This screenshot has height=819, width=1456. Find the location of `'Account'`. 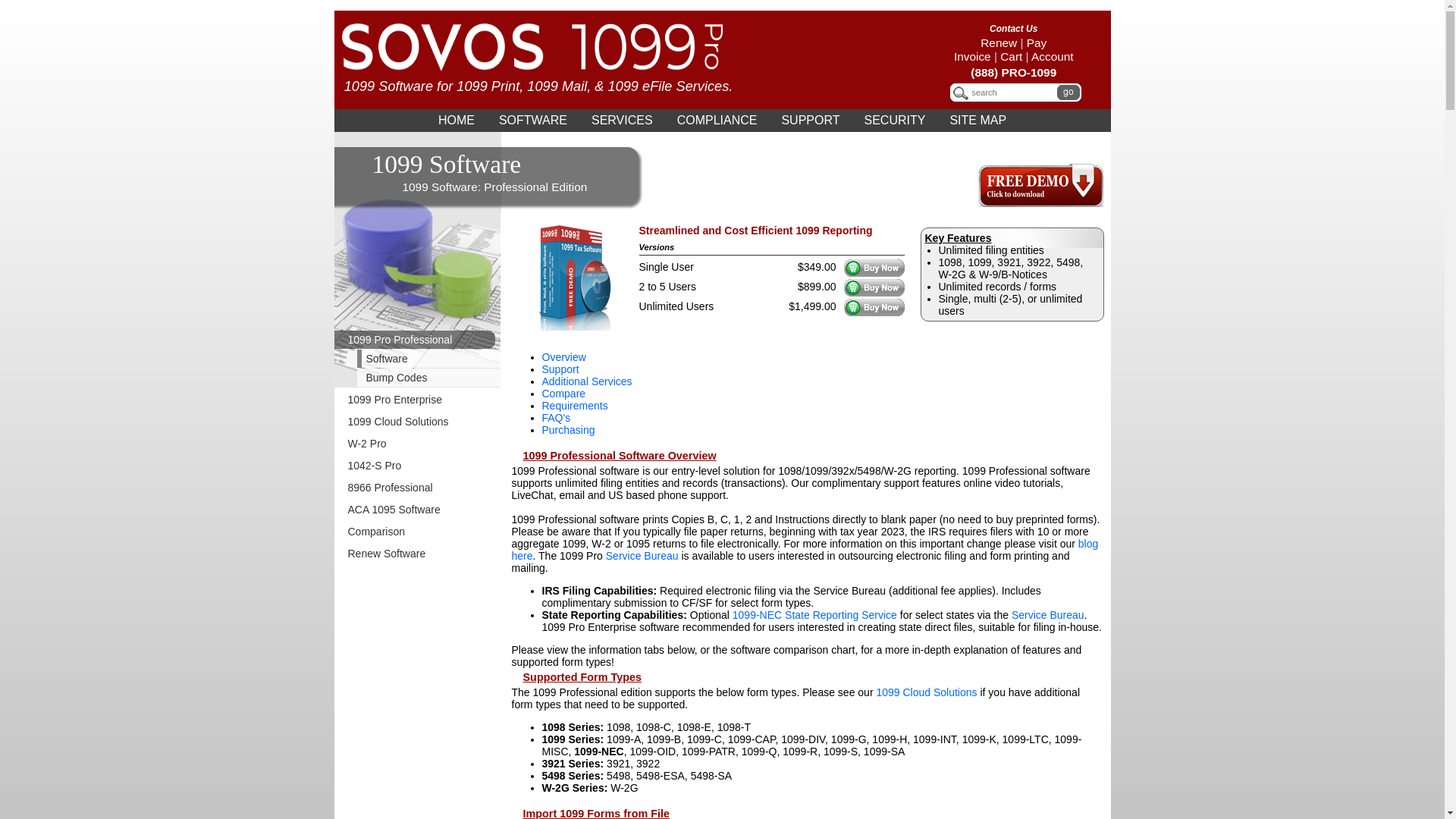

'Account' is located at coordinates (1051, 55).